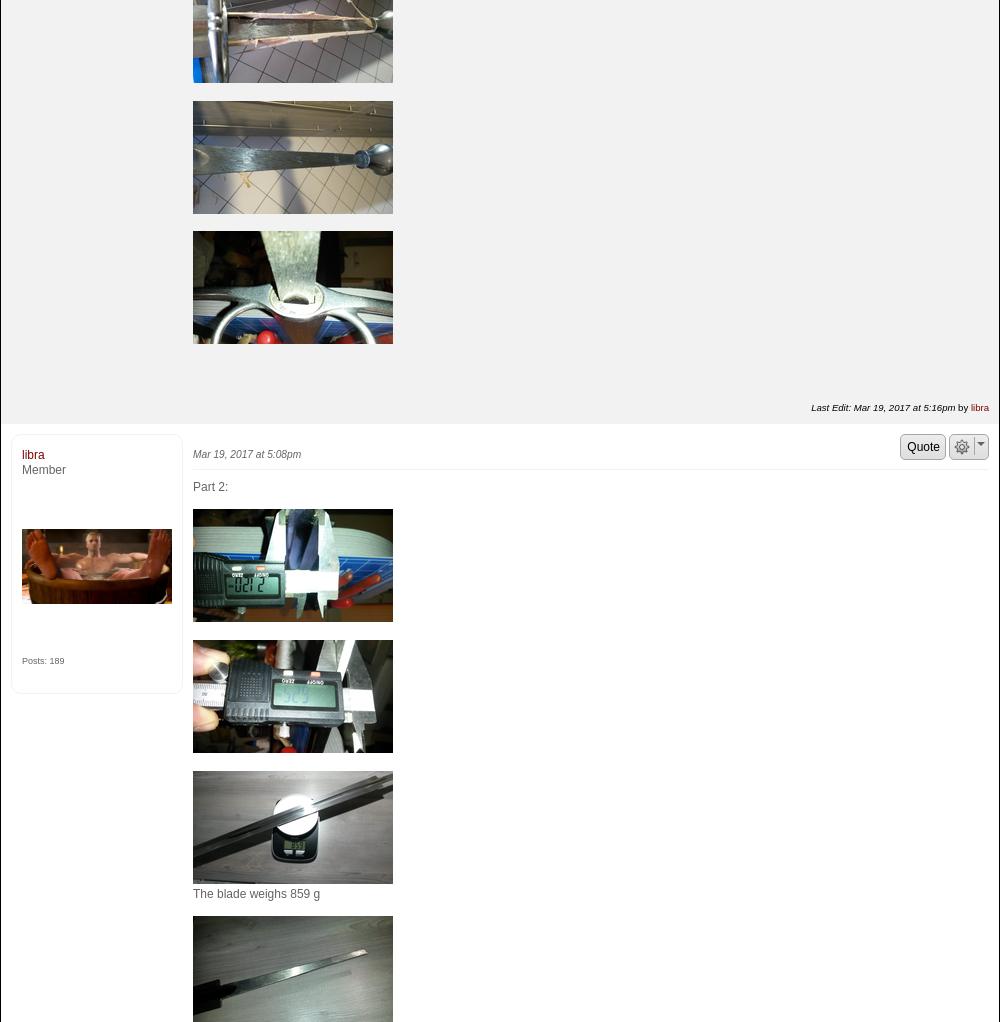  What do you see at coordinates (192, 486) in the screenshot?
I see `'Part 2:'` at bounding box center [192, 486].